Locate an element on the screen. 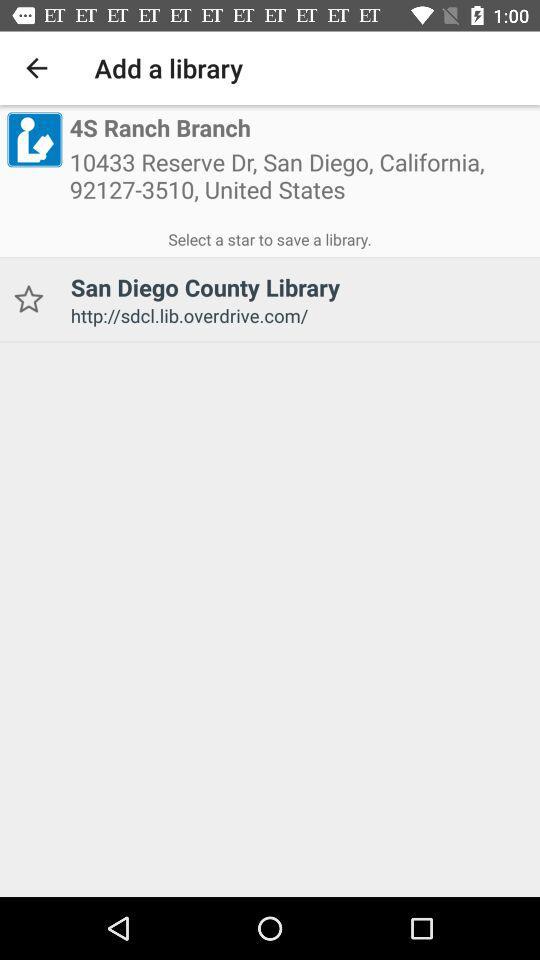  the icon below select a star is located at coordinates (27, 298).